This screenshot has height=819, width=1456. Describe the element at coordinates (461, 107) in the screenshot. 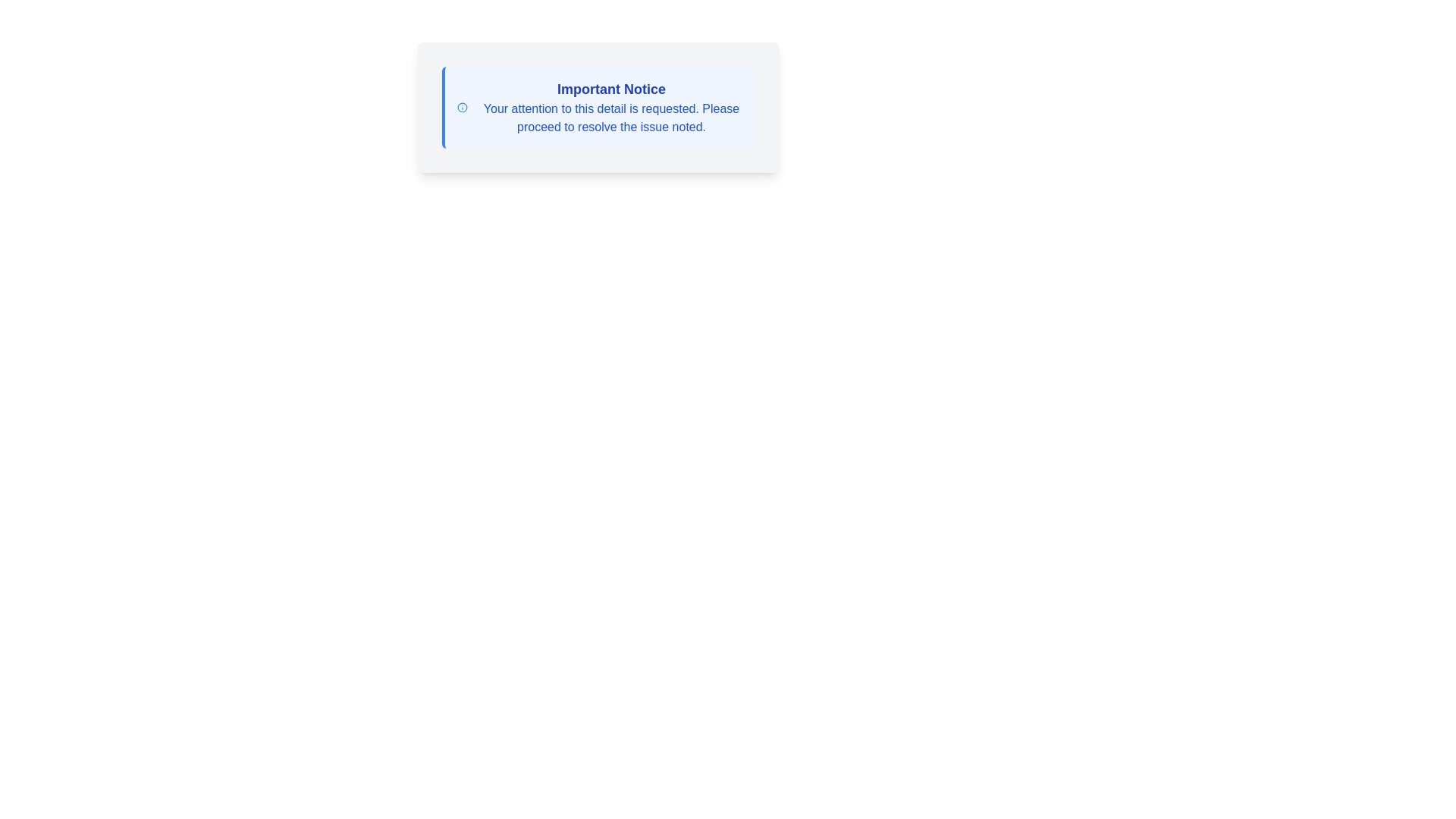

I see `the circular part of the information icon located at the top-left of the 'Important Notice' notification card` at that location.